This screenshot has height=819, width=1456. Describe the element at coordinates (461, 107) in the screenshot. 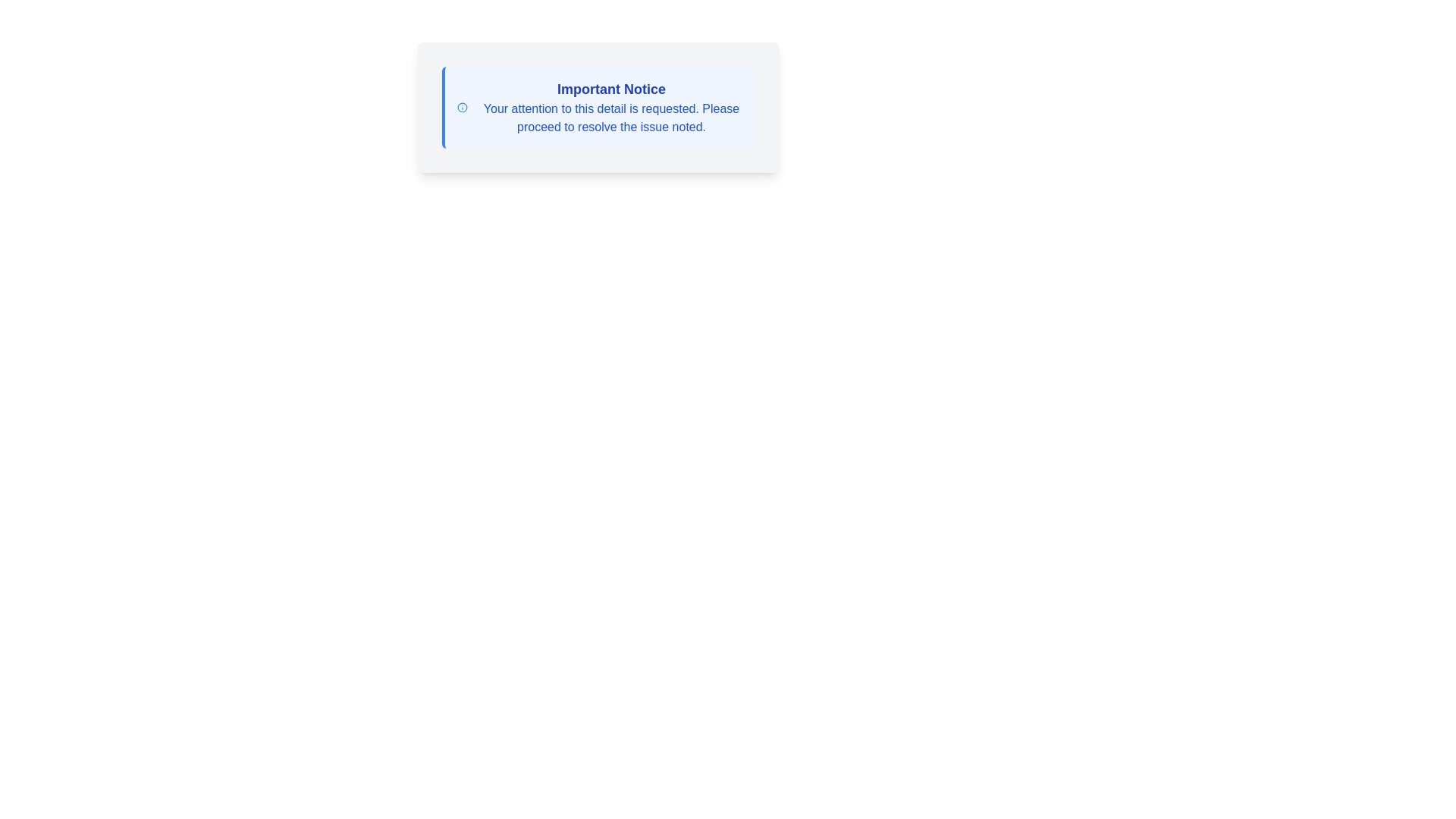

I see `the circular part of the information icon located at the top-left of the 'Important Notice' notification card` at that location.